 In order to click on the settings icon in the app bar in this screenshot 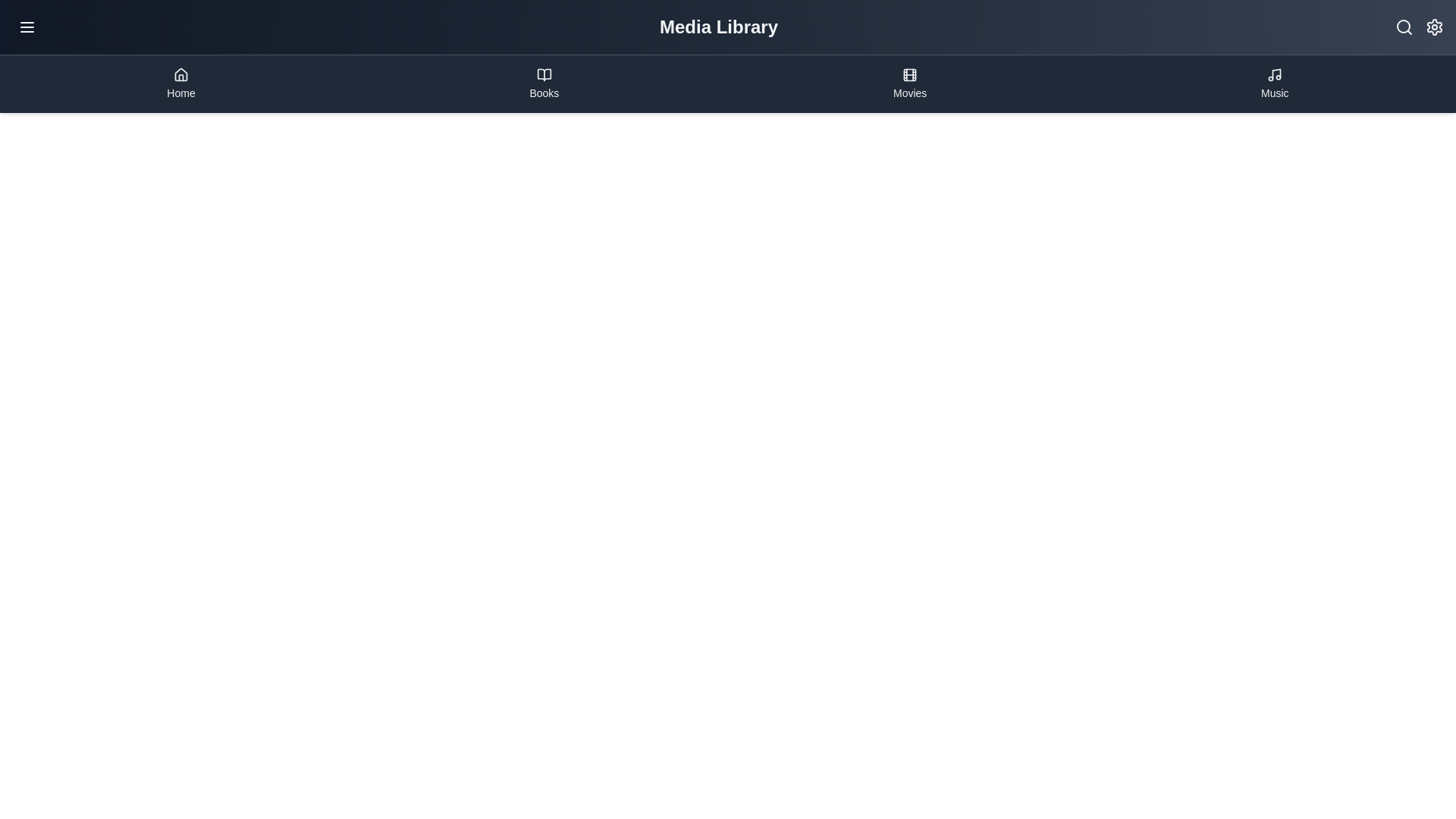, I will do `click(1433, 27)`.